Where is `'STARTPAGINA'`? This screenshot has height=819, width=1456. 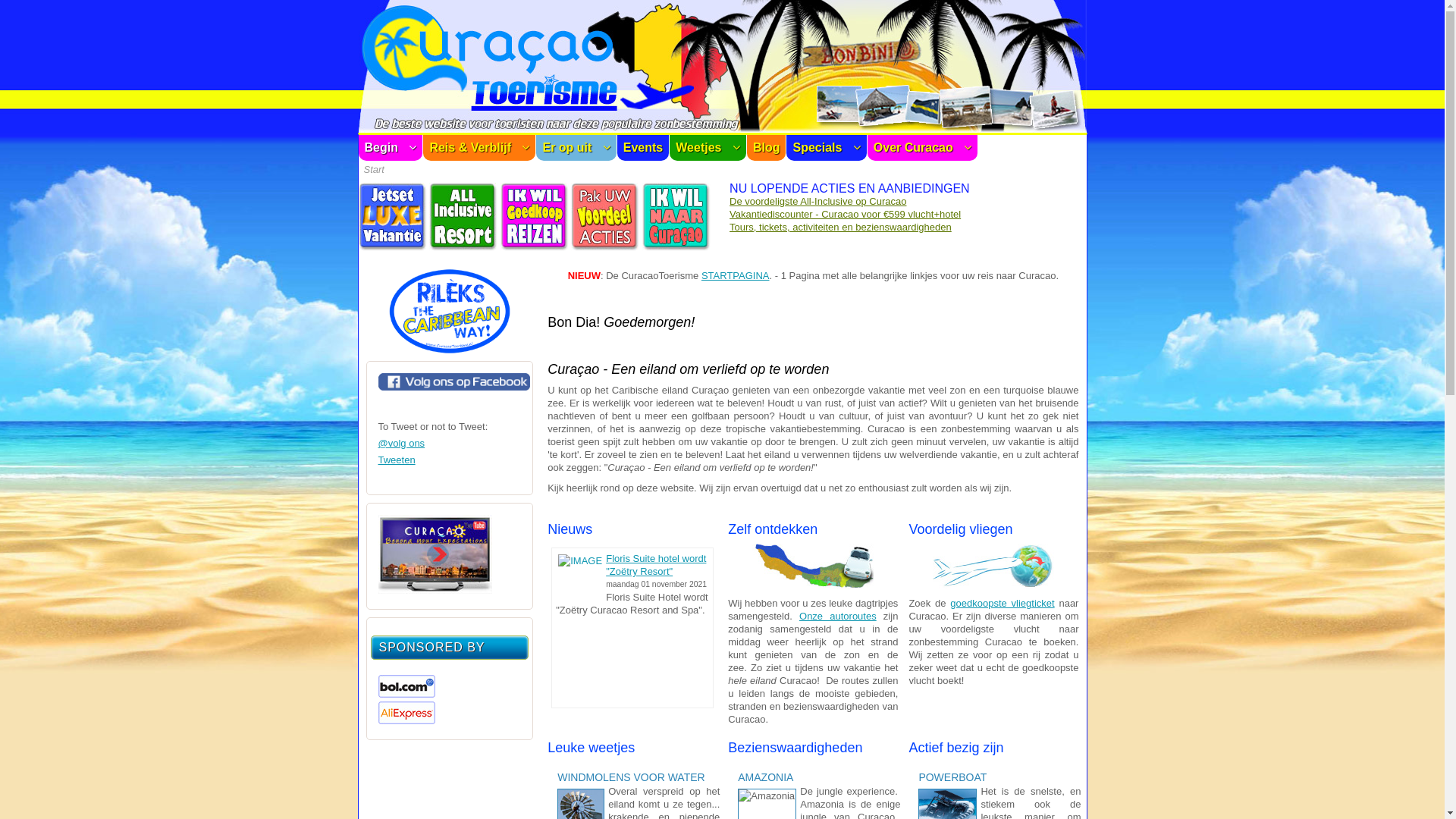 'STARTPAGINA' is located at coordinates (735, 275).